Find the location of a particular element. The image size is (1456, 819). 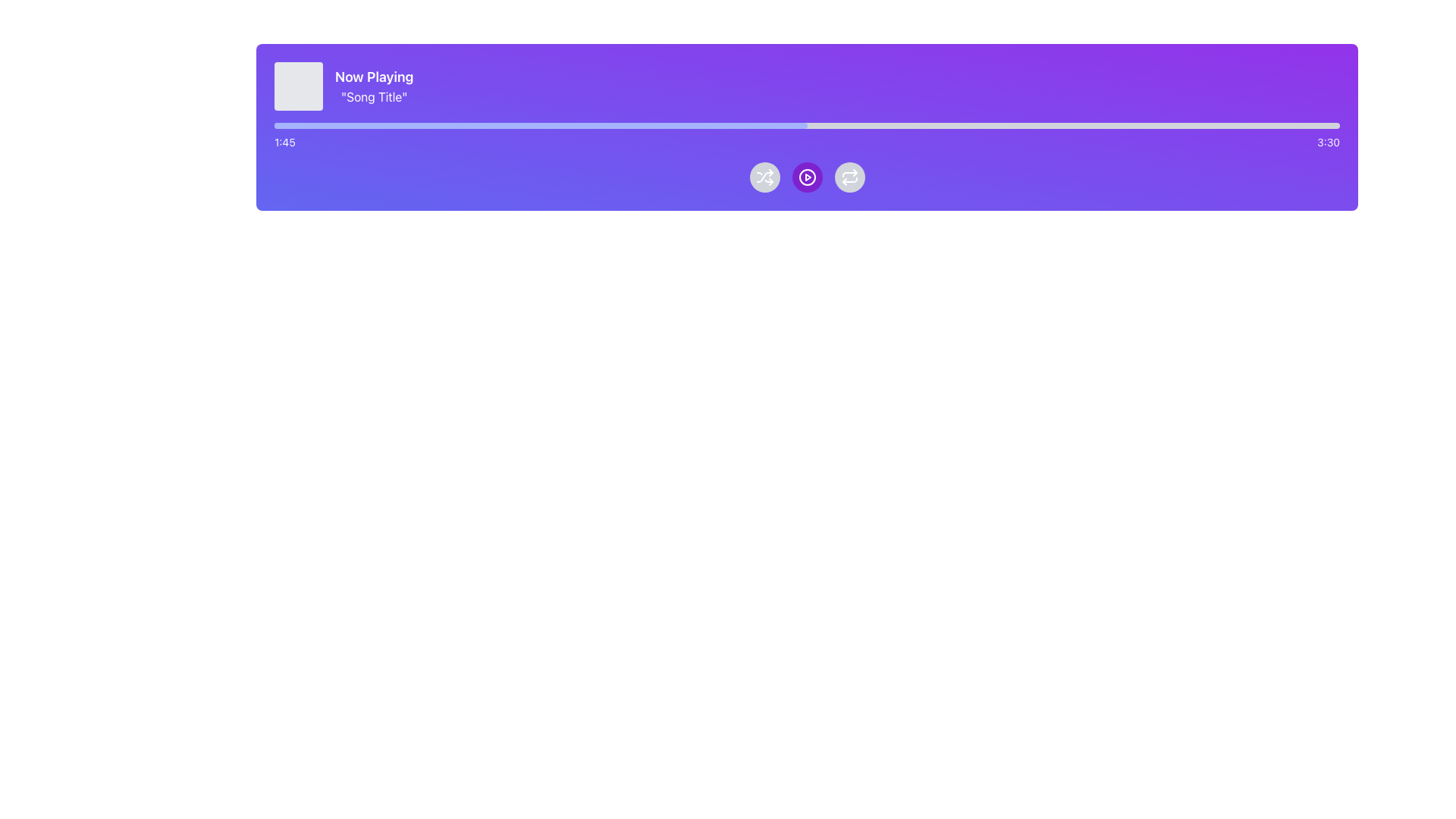

playback progress is located at coordinates (423, 124).